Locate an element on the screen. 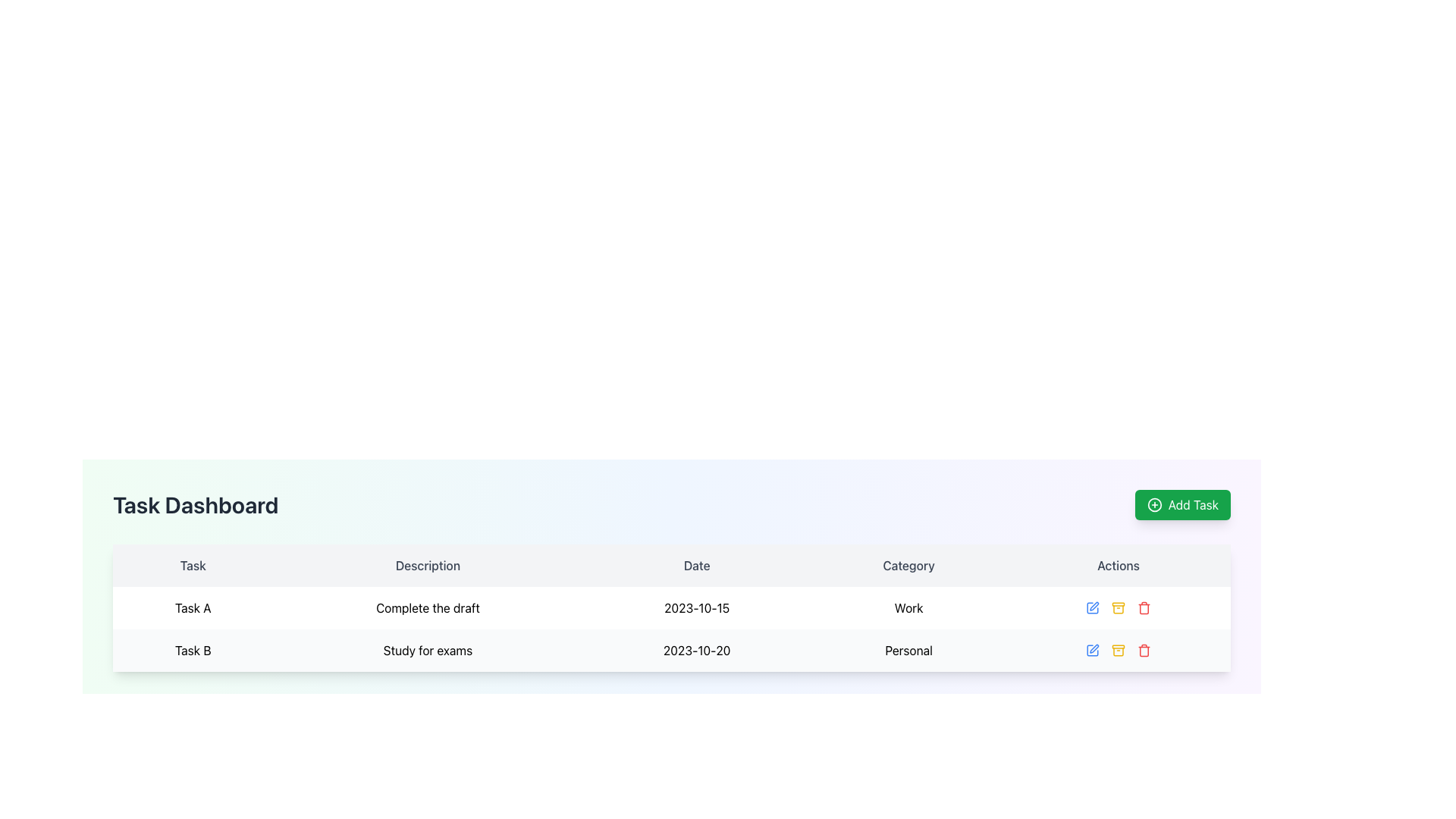 The image size is (1456, 819). the archive button icon located in the 'Actions' column of Task A to observe the color change, which is the second icon between the edit and delete icons is located at coordinates (1119, 607).